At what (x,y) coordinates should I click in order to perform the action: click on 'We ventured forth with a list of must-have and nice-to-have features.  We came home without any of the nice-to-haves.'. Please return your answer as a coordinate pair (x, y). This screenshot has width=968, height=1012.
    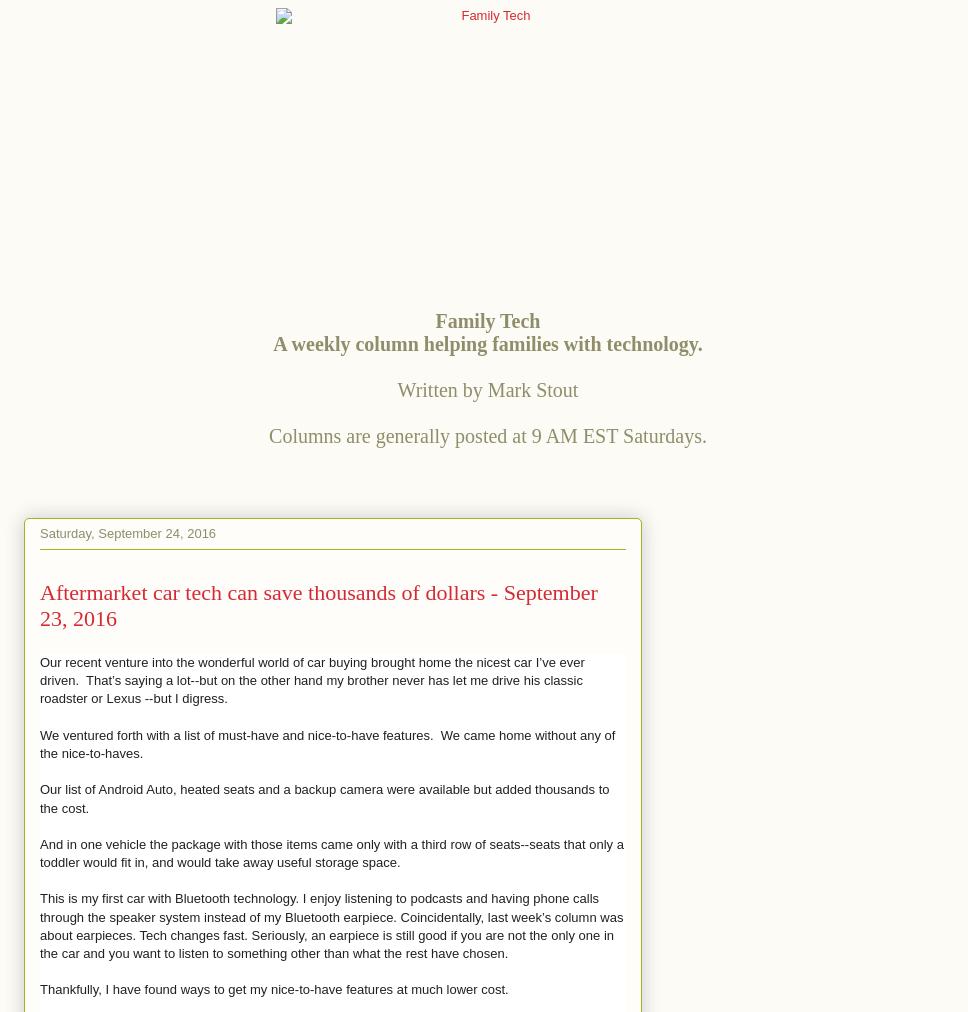
    Looking at the image, I should click on (327, 743).